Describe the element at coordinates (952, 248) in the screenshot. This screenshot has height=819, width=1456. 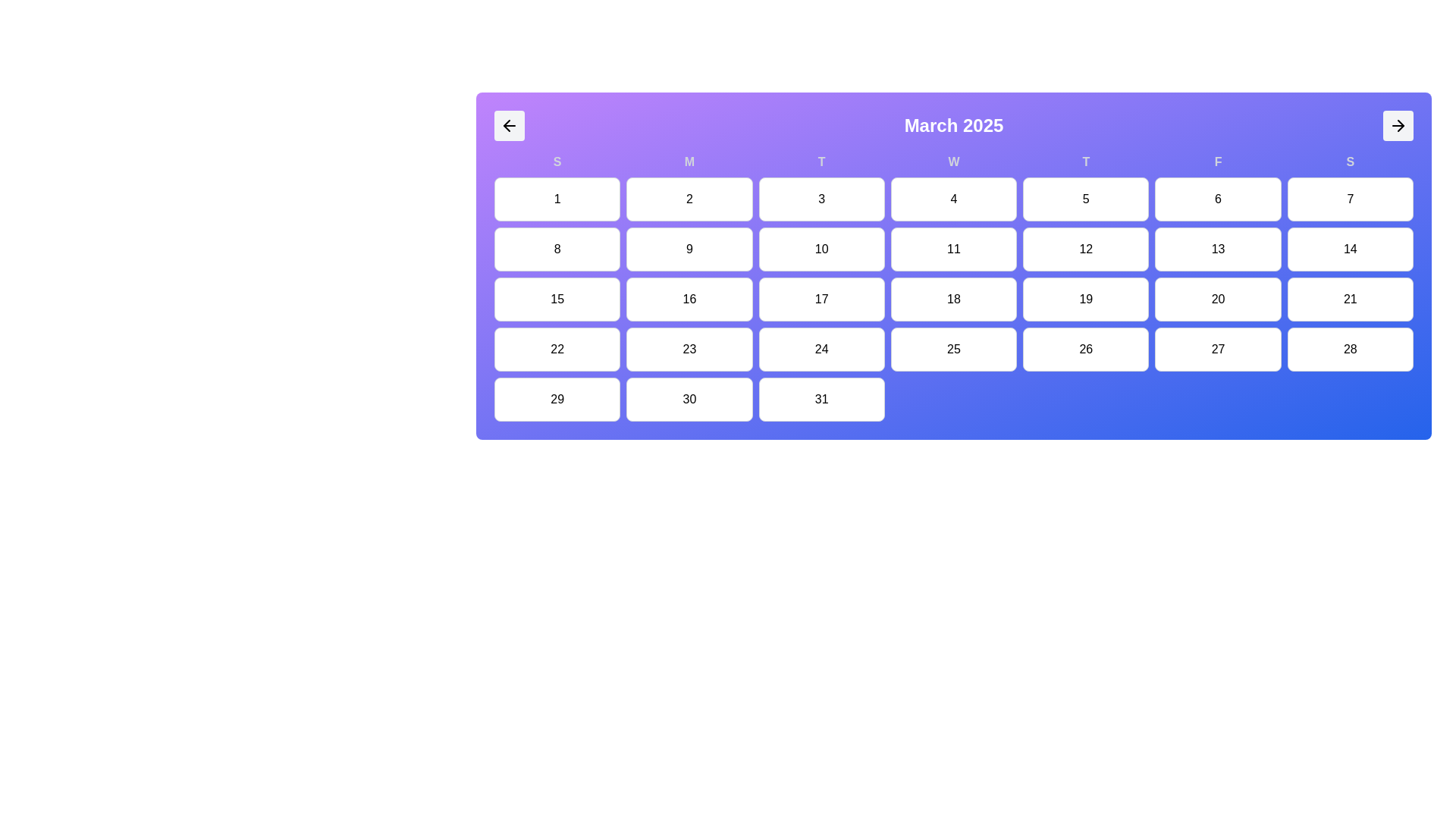
I see `the static text display indicating the 11th day of the month in the calendar view, located in the fourth item of the third row under the 'W' header` at that location.